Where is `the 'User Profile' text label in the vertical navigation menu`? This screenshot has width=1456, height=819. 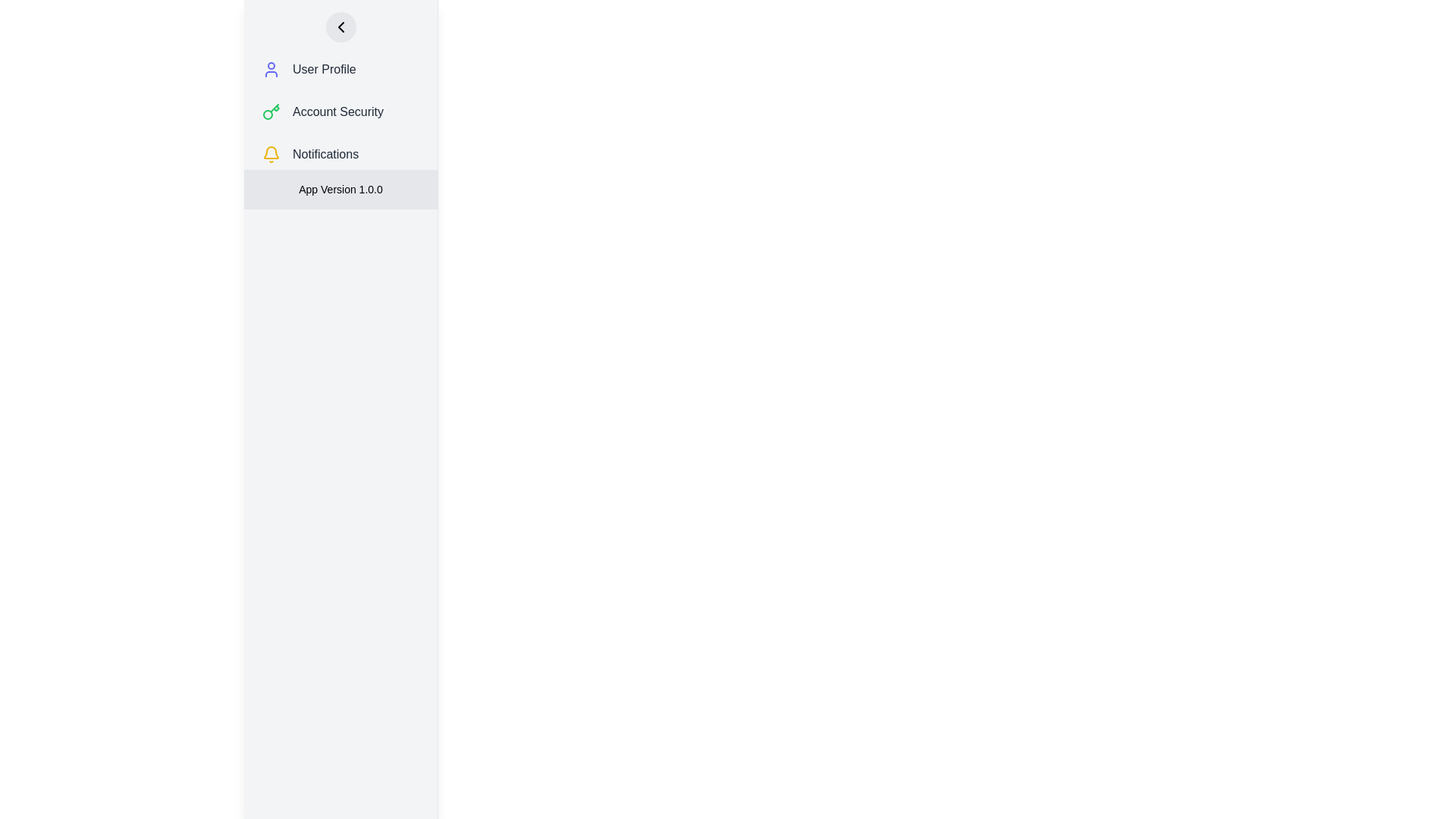
the 'User Profile' text label in the vertical navigation menu is located at coordinates (323, 70).